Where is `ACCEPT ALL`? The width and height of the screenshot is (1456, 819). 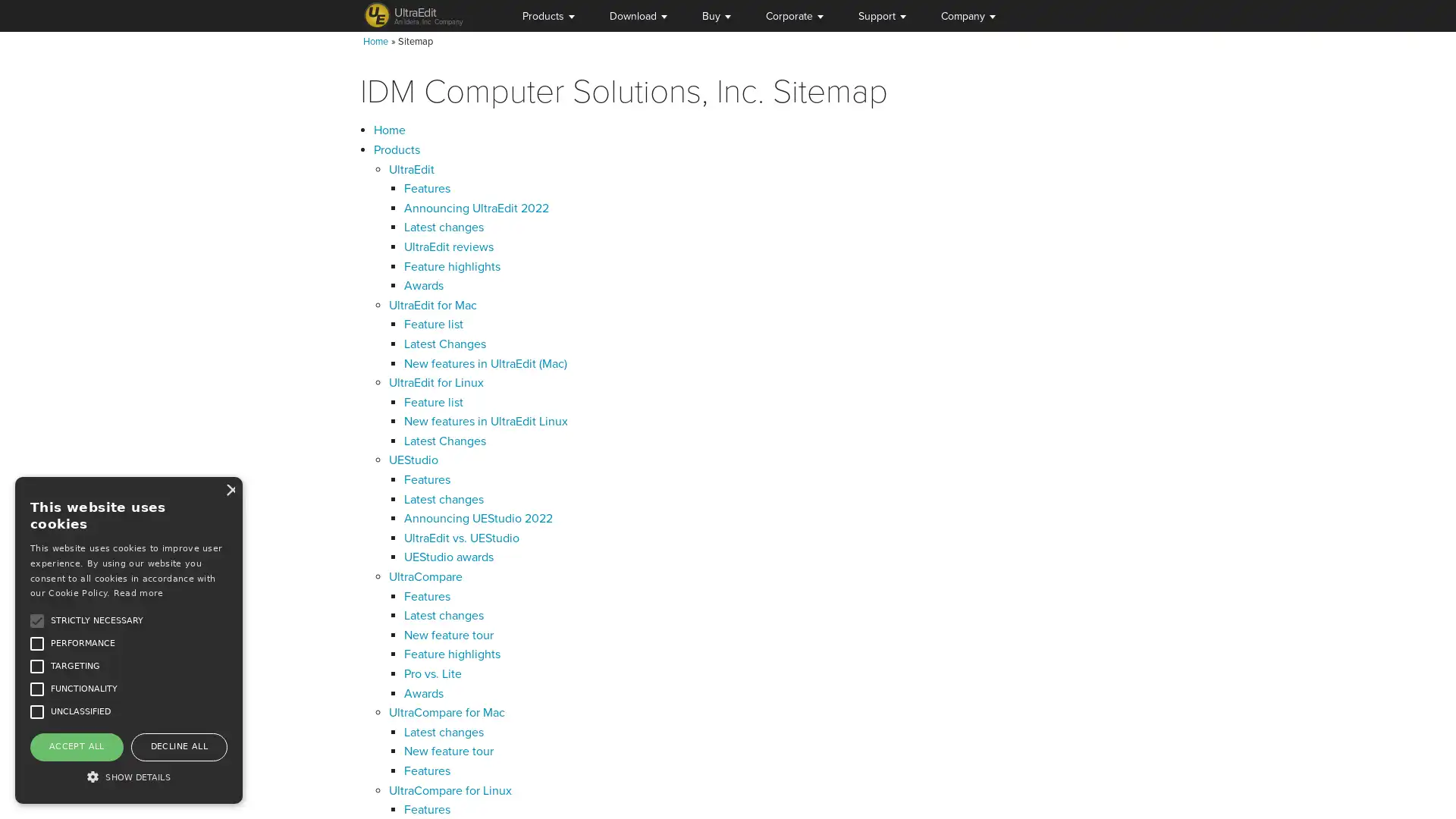 ACCEPT ALL is located at coordinates (75, 745).